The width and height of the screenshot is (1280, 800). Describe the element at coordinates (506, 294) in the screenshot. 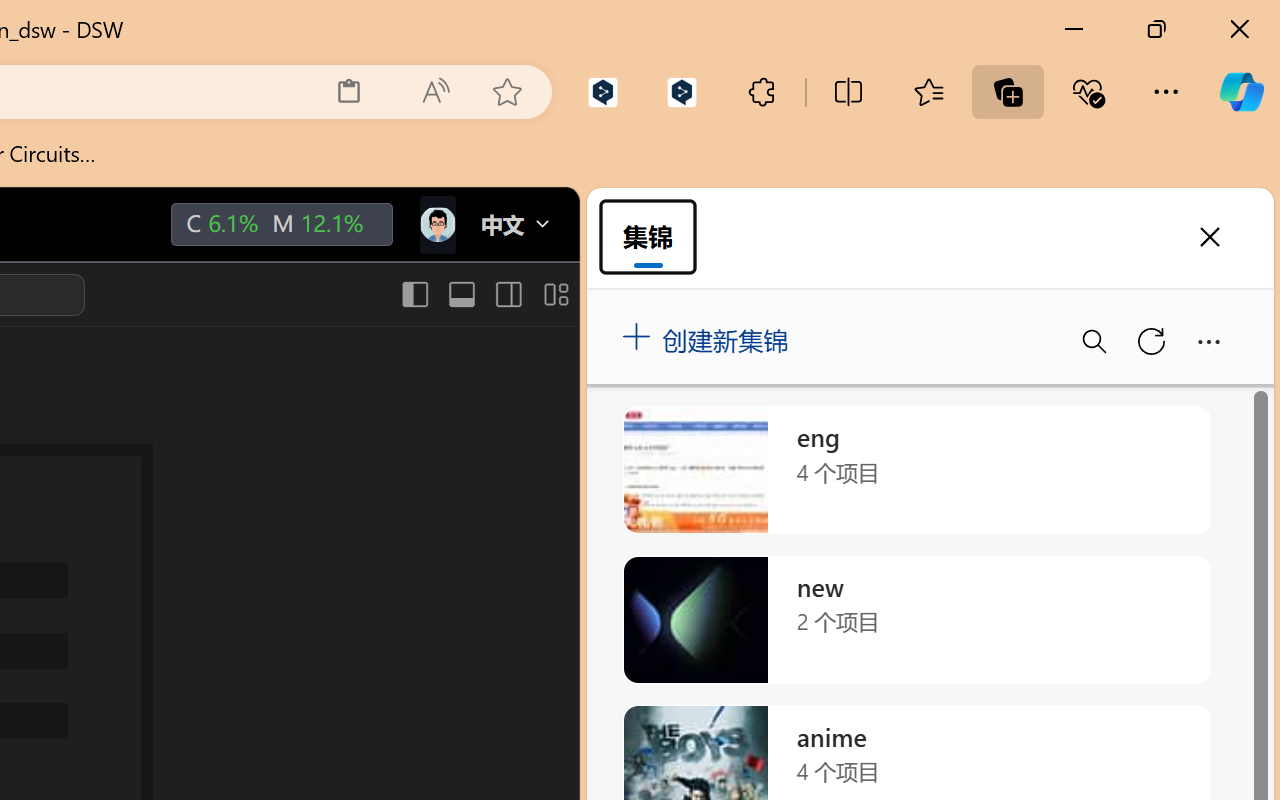

I see `'Toggle Secondary Side Bar (Ctrl+Alt+B)'` at that location.